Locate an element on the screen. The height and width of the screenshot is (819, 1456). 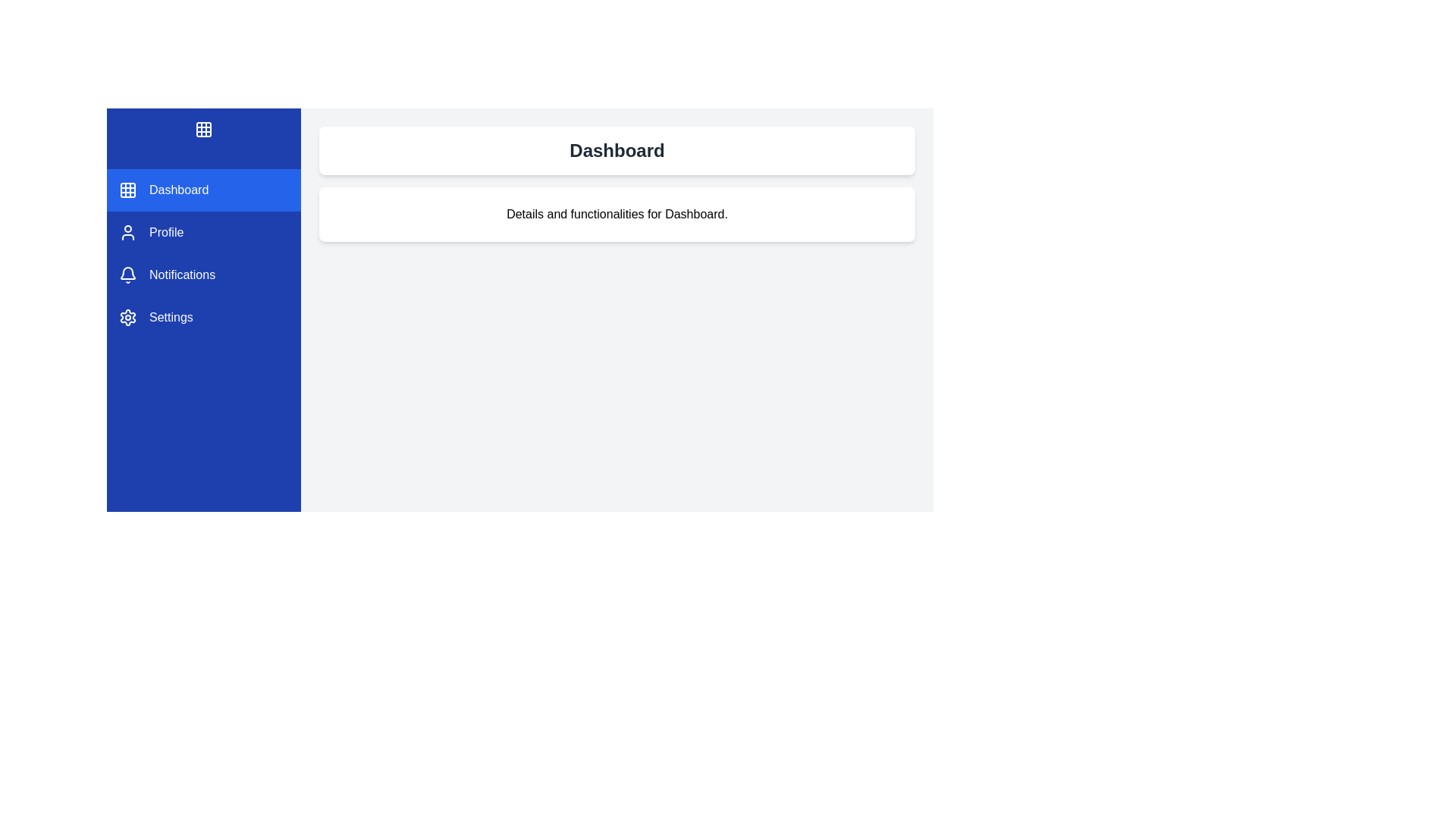
the grid icon located in the navigation sidebar, to the left of the 'Dashboard' text is located at coordinates (127, 189).